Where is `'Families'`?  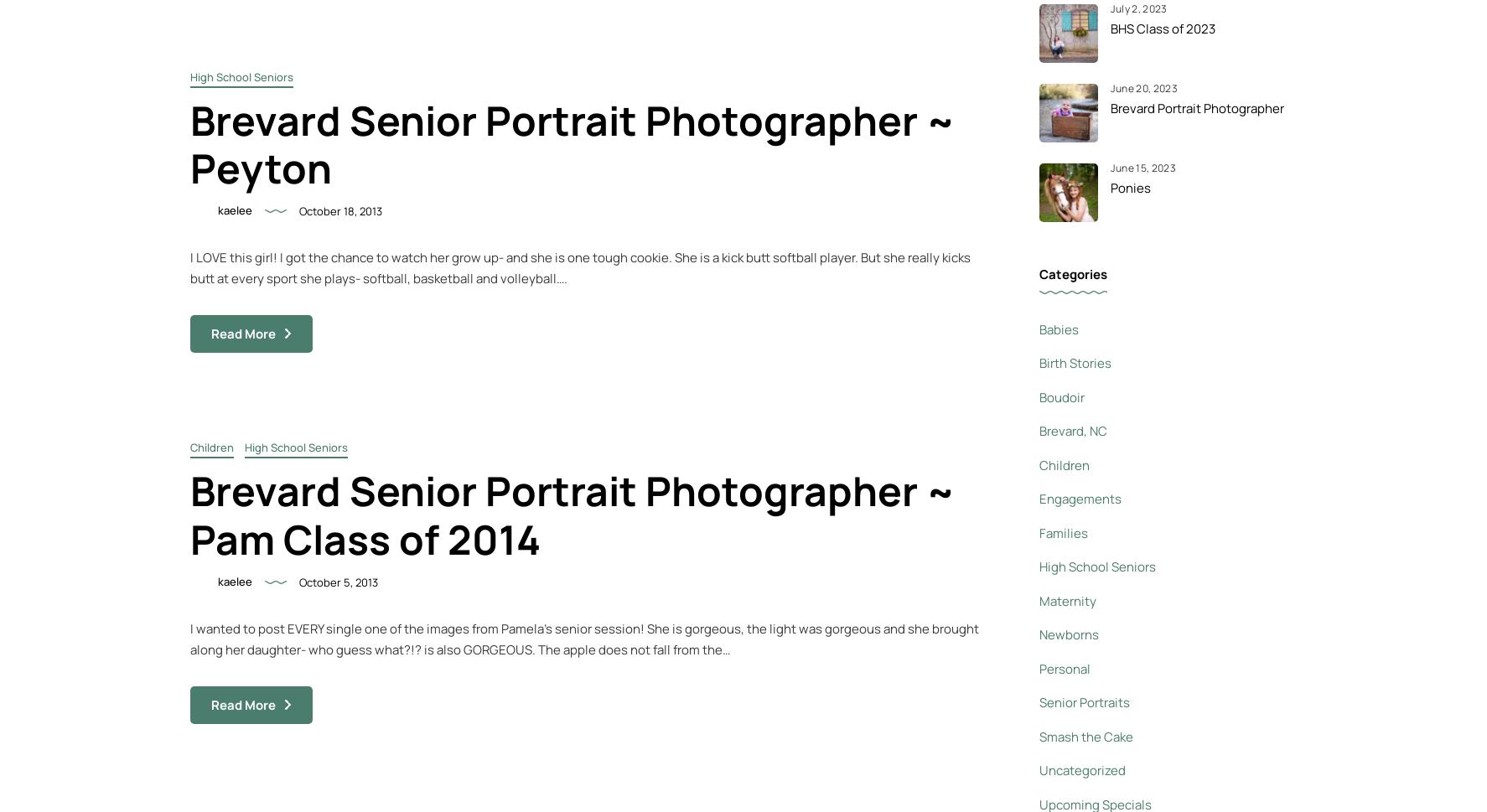 'Families' is located at coordinates (1062, 532).